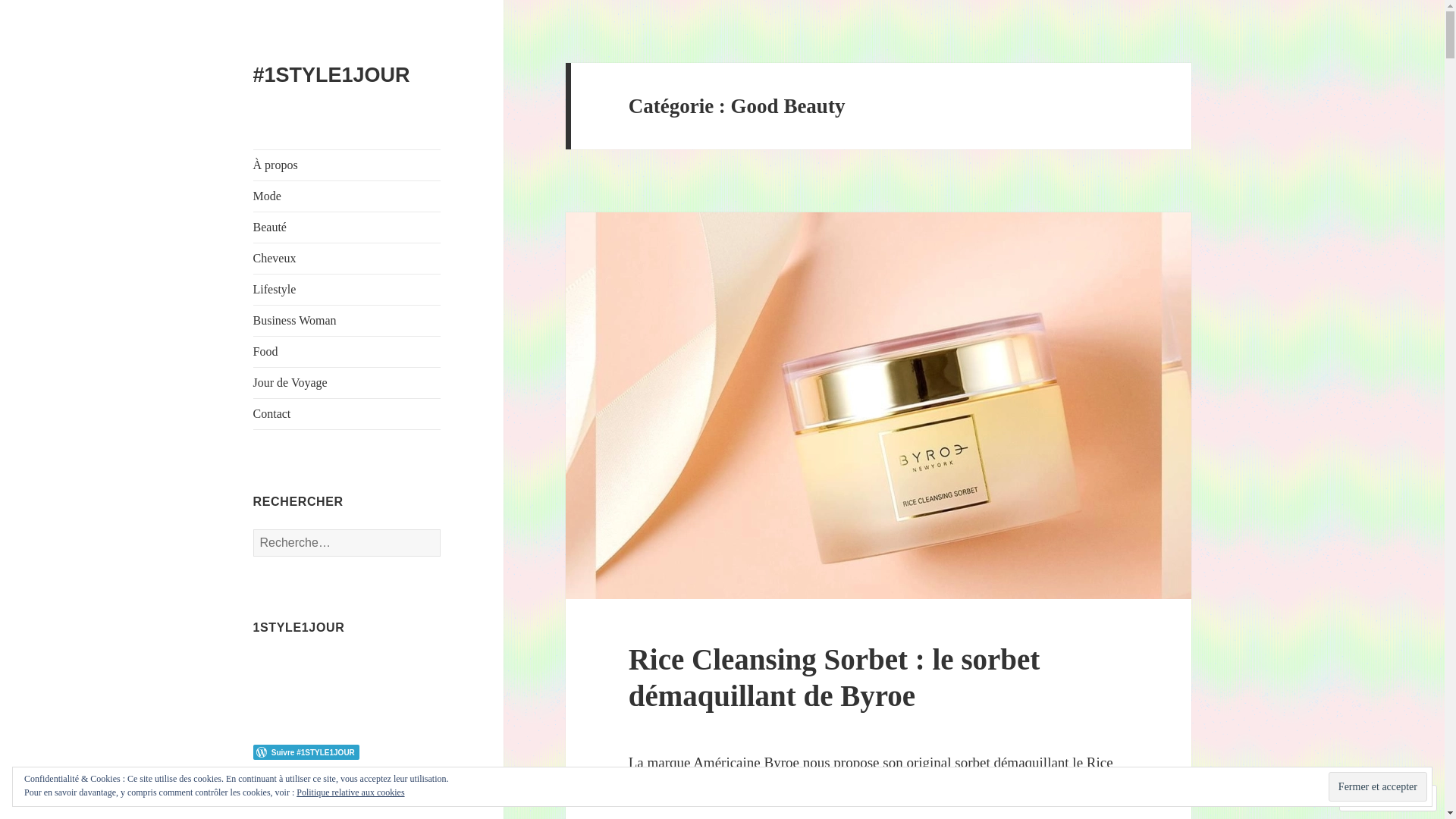  What do you see at coordinates (346, 289) in the screenshot?
I see `'Lifestyle'` at bounding box center [346, 289].